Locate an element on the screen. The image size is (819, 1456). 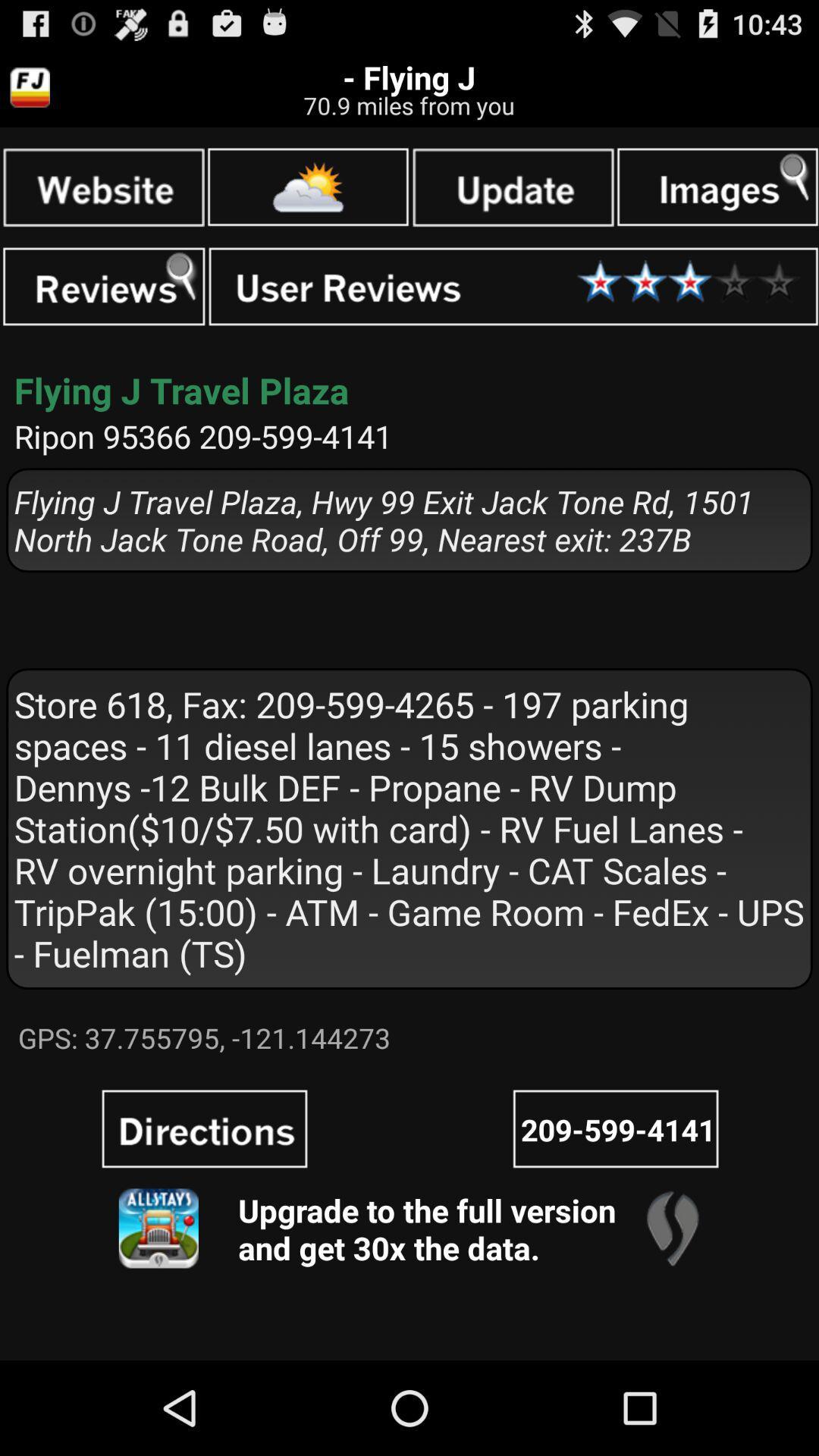
user review rated three out of five stars is located at coordinates (513, 287).